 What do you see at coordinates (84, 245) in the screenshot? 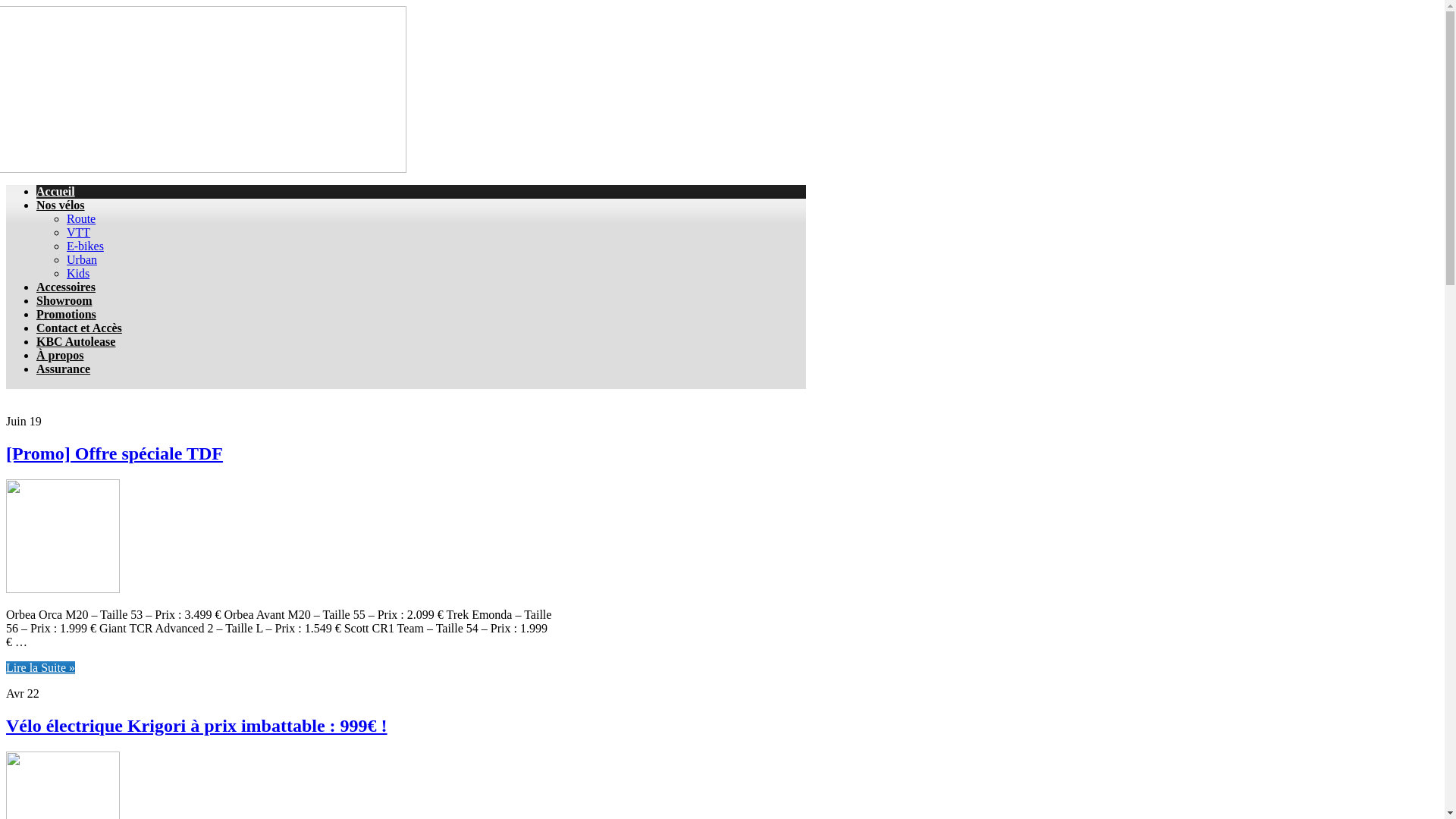
I see `'E-bikes'` at bounding box center [84, 245].